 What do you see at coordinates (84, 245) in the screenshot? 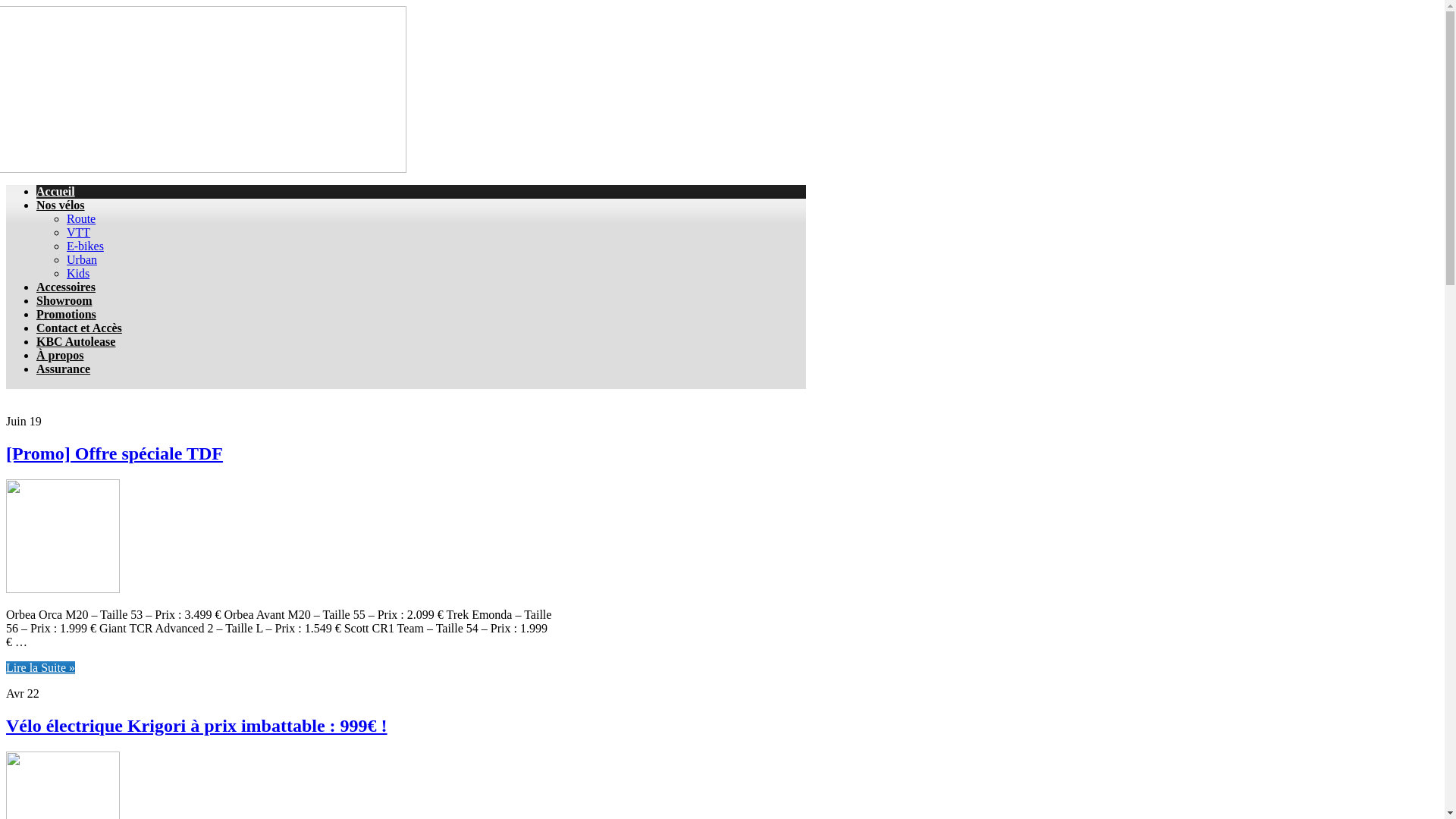
I see `'E-bikes'` at bounding box center [84, 245].